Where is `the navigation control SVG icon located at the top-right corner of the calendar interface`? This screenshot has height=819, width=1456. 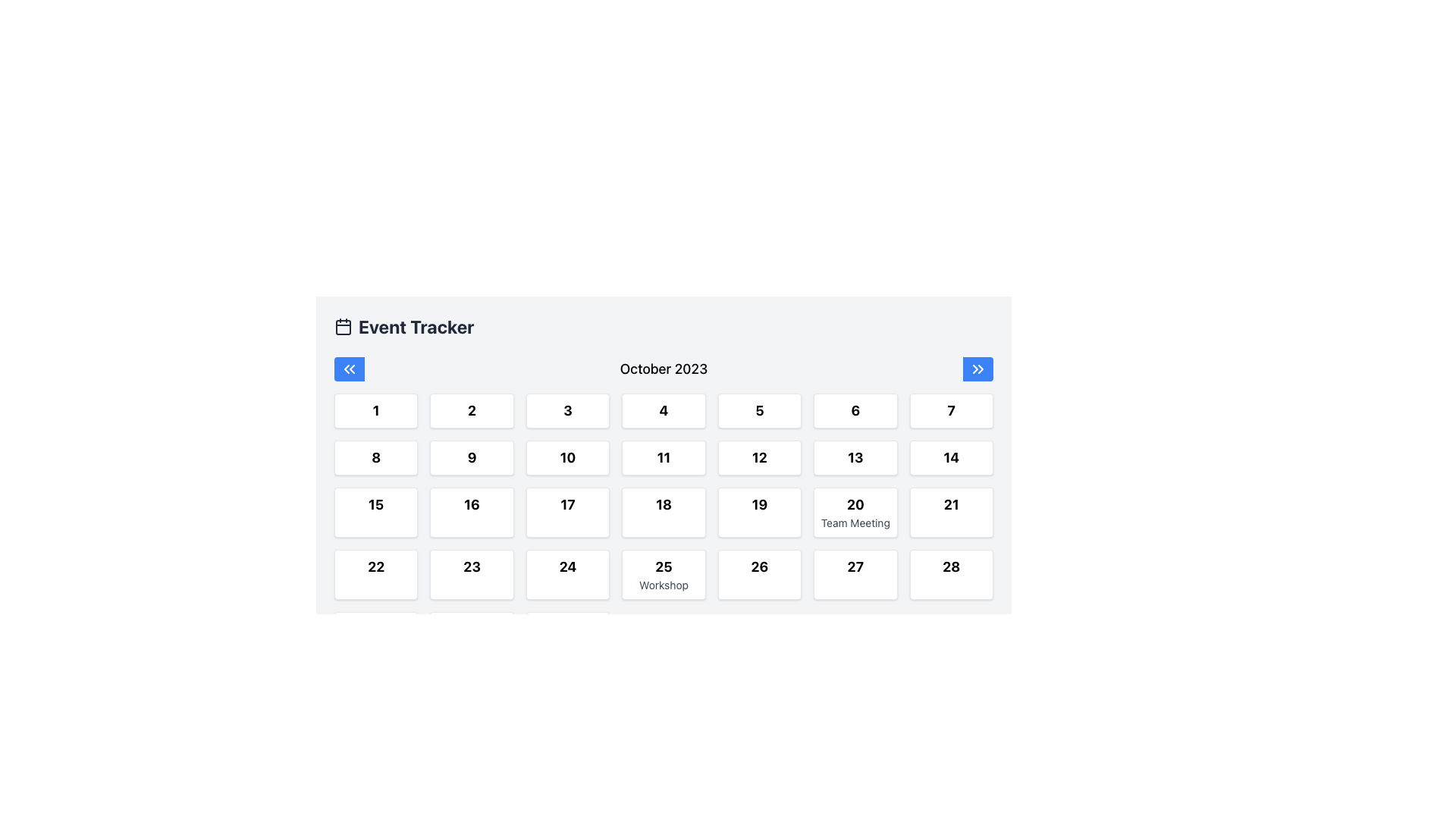 the navigation control SVG icon located at the top-right corner of the calendar interface is located at coordinates (978, 369).